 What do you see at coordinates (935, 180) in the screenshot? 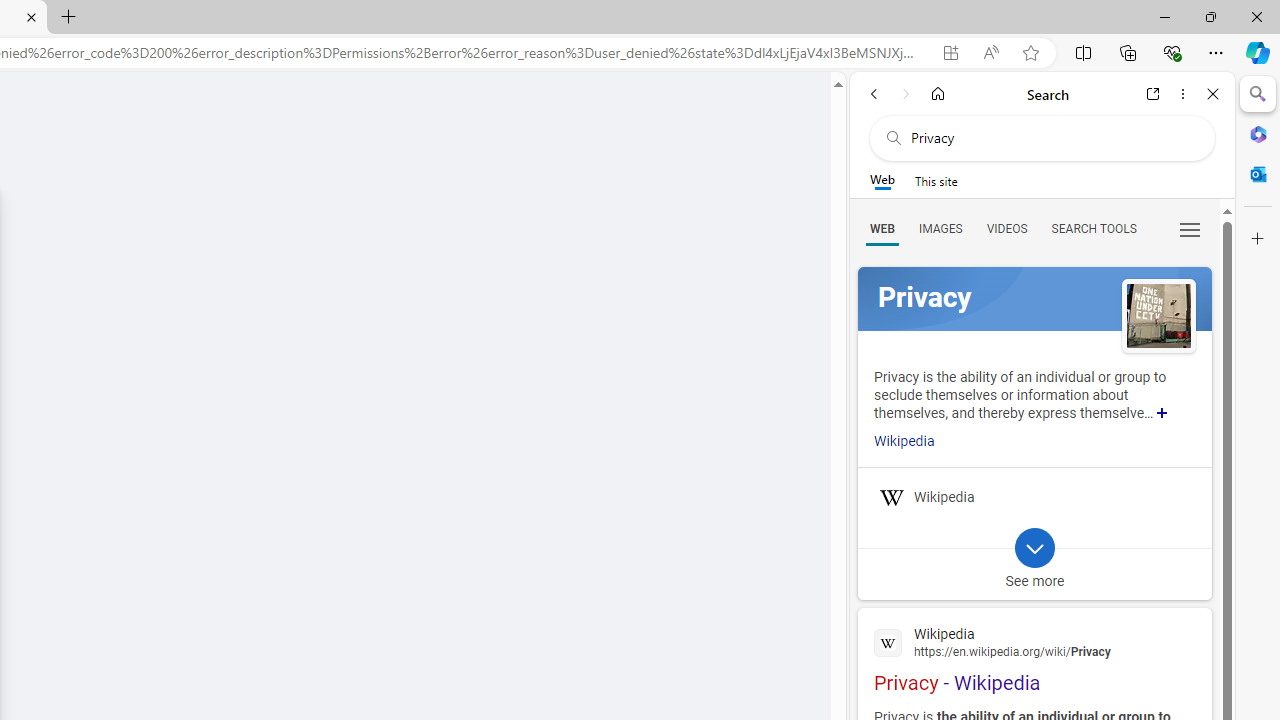
I see `'This site scope'` at bounding box center [935, 180].